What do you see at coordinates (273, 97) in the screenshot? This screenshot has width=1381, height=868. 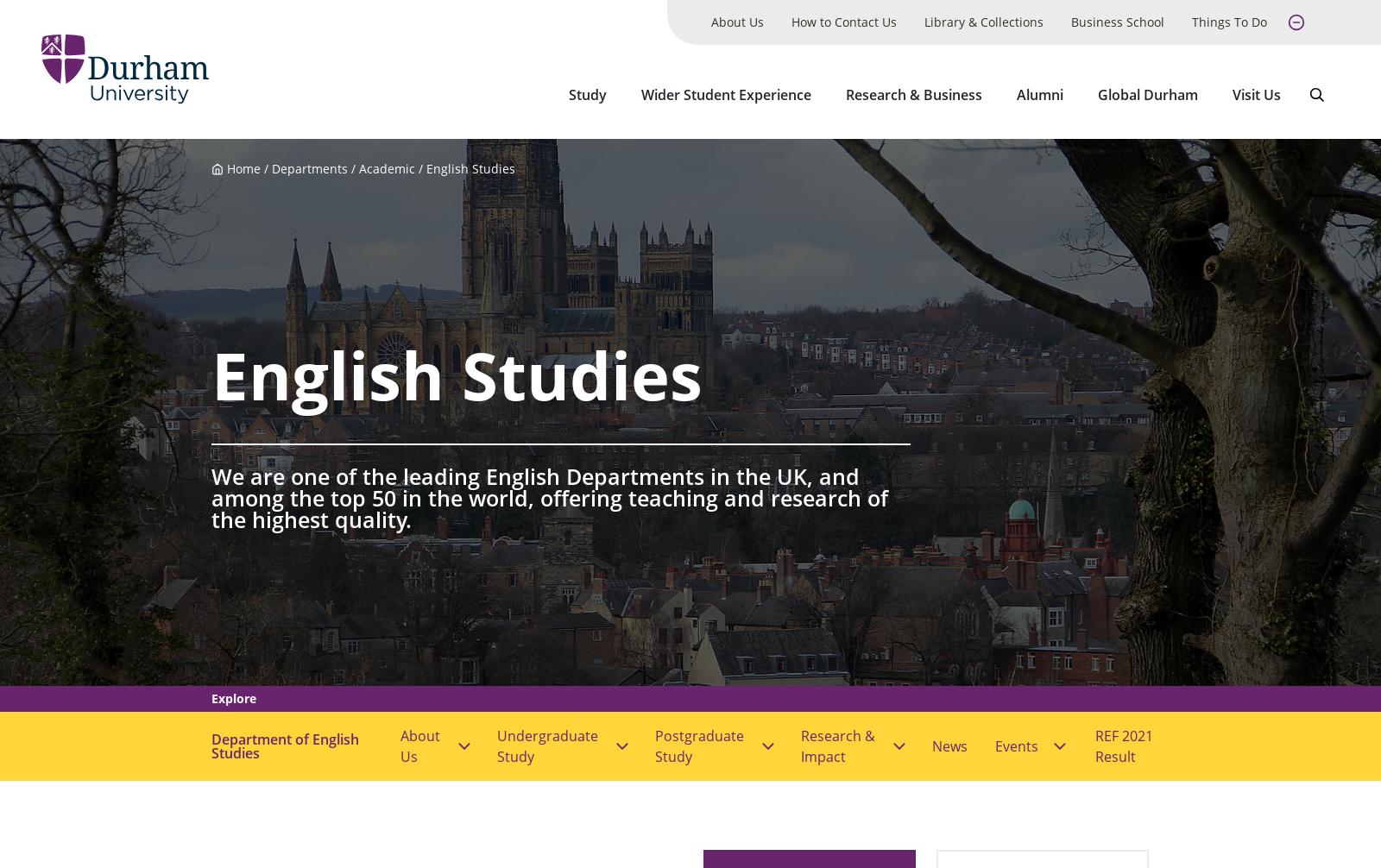 I see `'1:00 PM to 2:00 PM'` at bounding box center [273, 97].